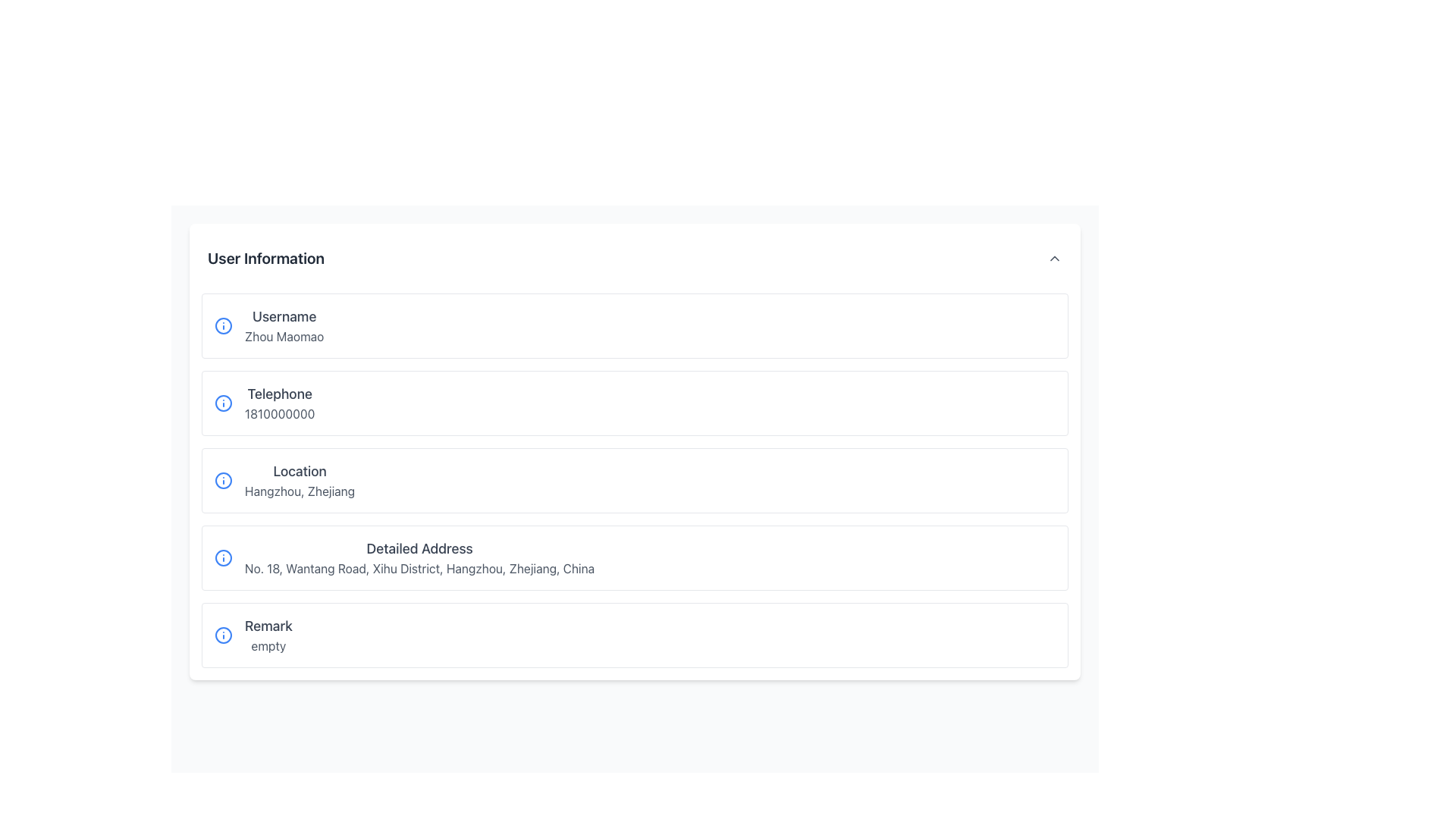  What do you see at coordinates (222, 403) in the screenshot?
I see `the informational icon located to the left of the 'Telephone' section, above the phone number '1810000000'` at bounding box center [222, 403].